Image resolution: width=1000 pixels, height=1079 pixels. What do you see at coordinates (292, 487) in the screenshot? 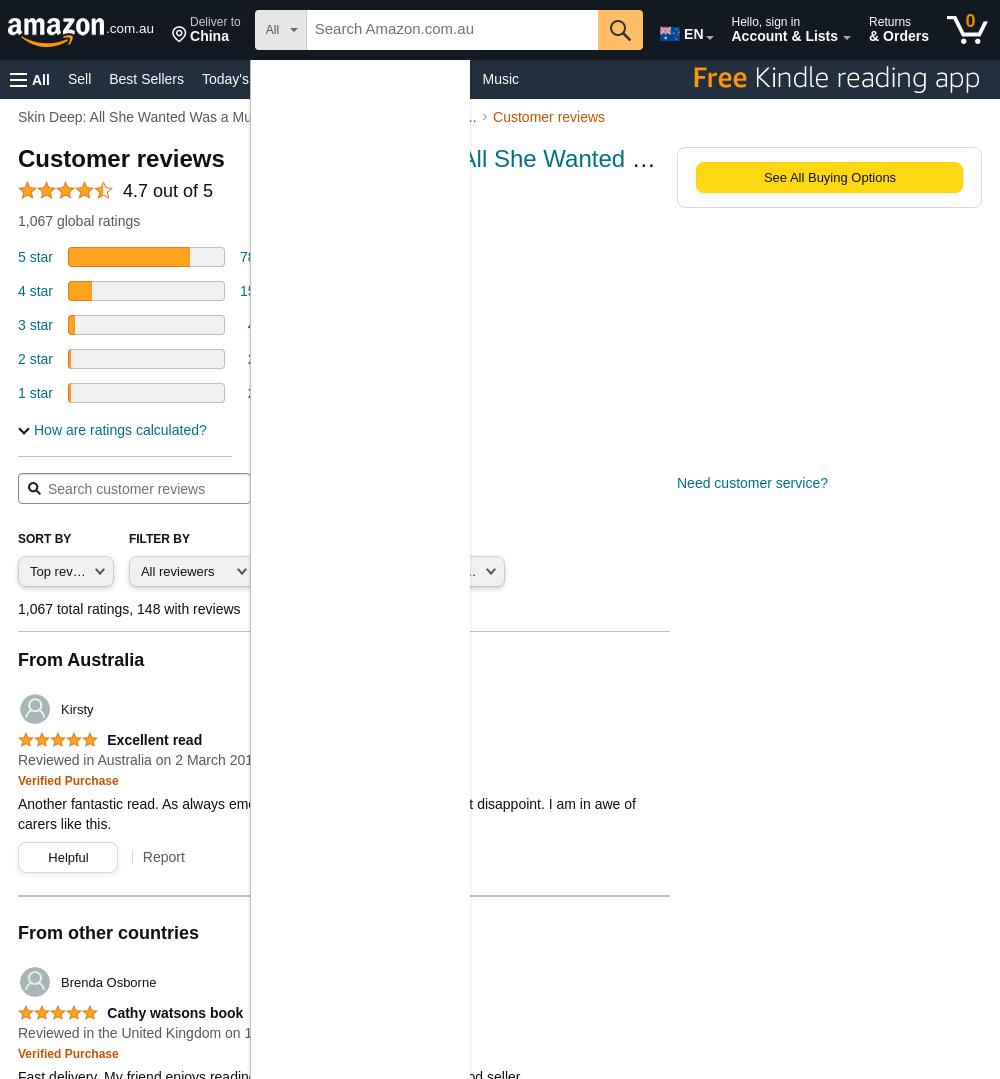
I see `'Search'` at bounding box center [292, 487].